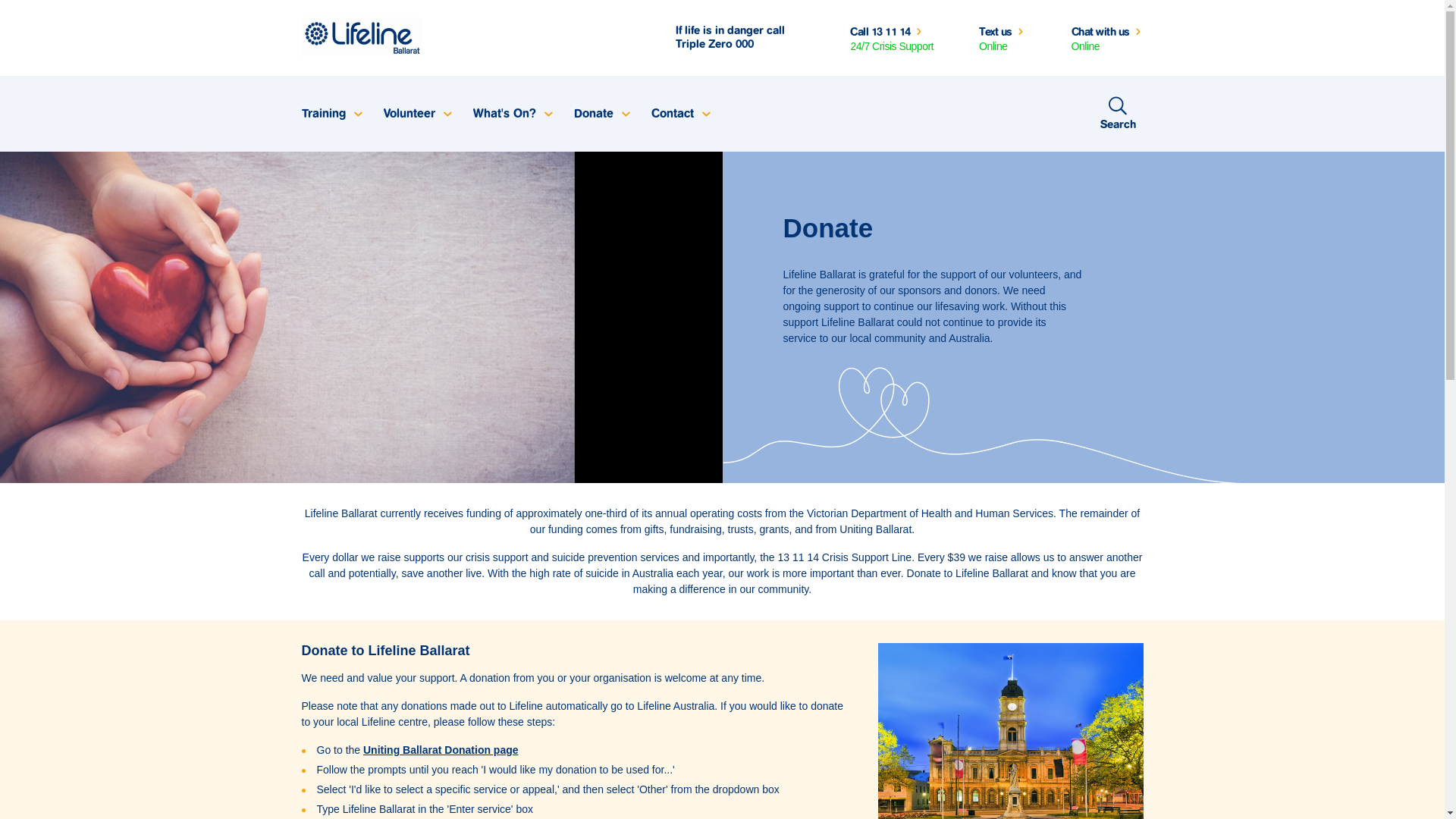 The image size is (1456, 819). I want to click on '000', so click(745, 43).